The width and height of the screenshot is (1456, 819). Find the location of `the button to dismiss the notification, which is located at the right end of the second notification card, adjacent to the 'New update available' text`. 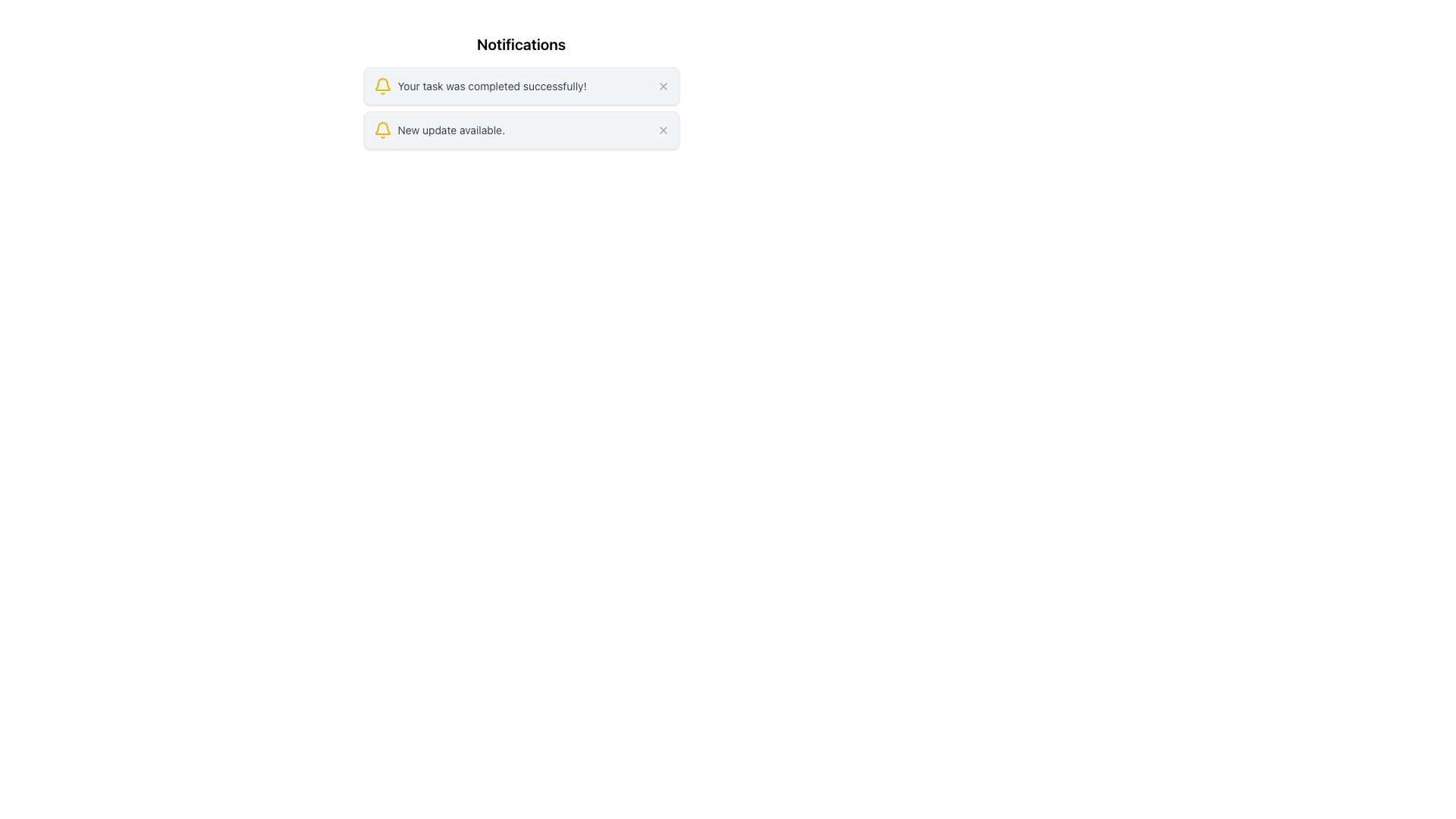

the button to dismiss the notification, which is located at the right end of the second notification card, adjacent to the 'New update available' text is located at coordinates (663, 130).